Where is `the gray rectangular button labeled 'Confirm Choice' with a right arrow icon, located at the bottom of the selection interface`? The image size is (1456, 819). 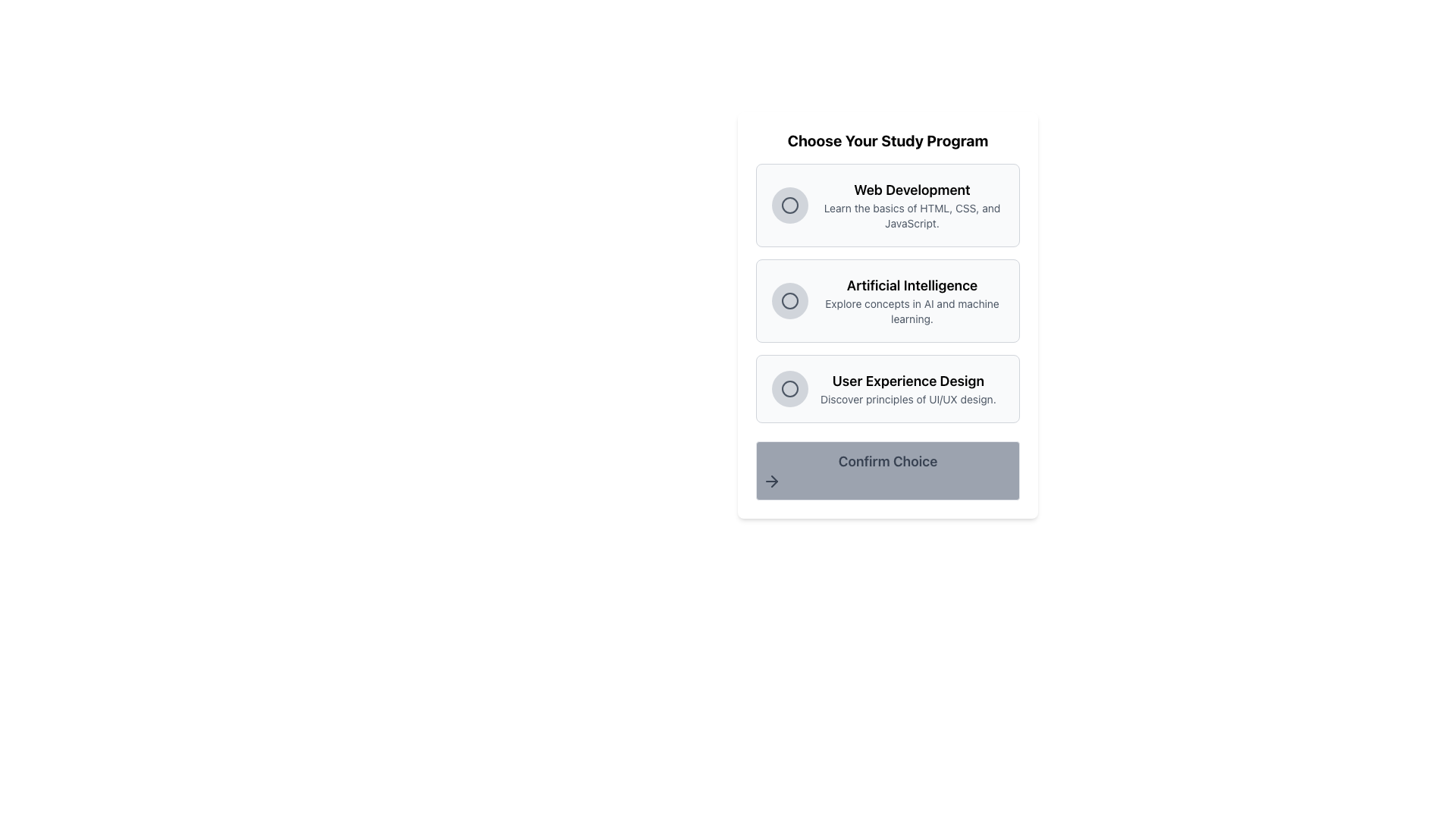 the gray rectangular button labeled 'Confirm Choice' with a right arrow icon, located at the bottom of the selection interface is located at coordinates (888, 470).